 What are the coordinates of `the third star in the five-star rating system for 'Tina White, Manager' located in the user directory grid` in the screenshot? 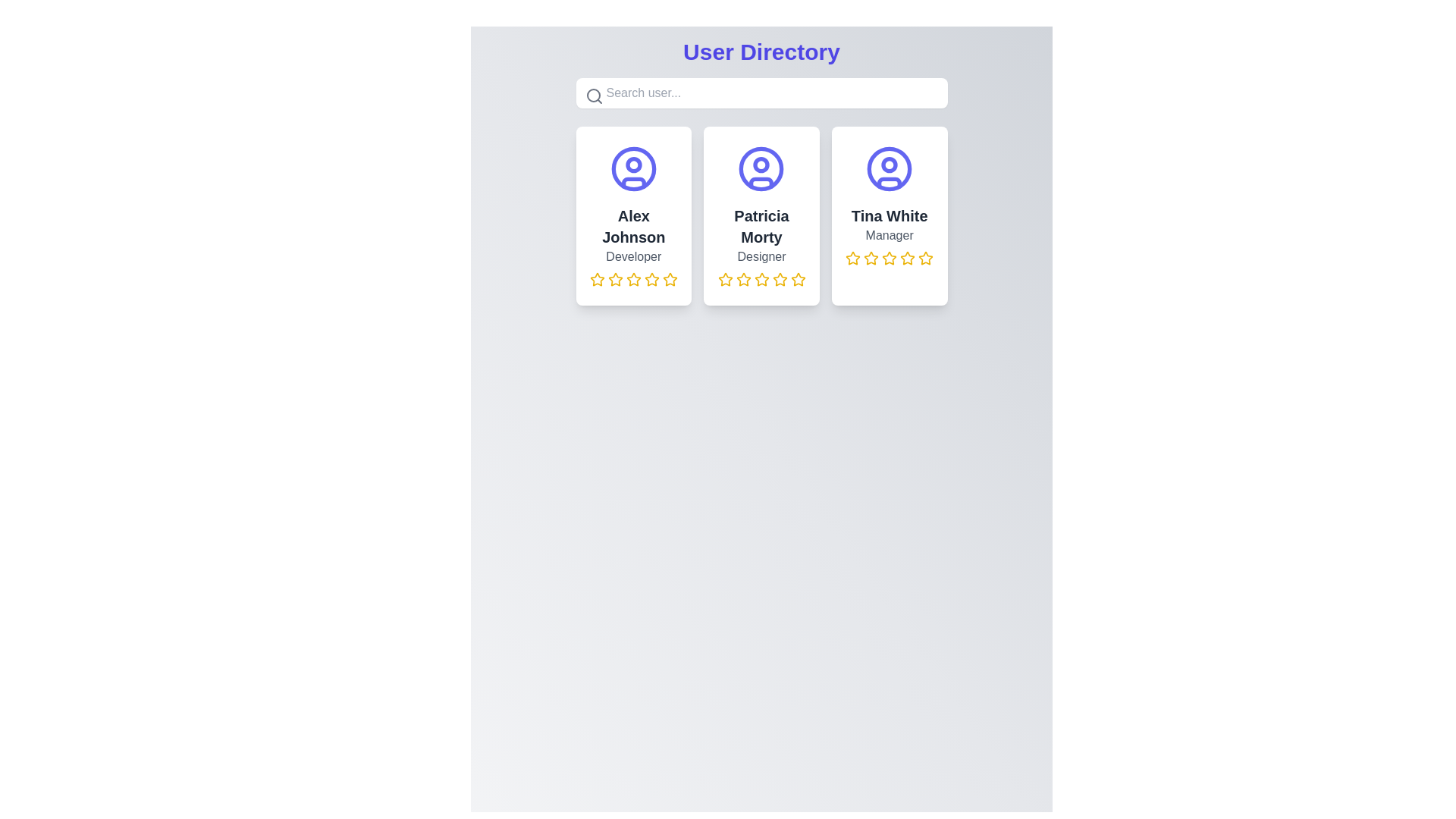 It's located at (890, 257).